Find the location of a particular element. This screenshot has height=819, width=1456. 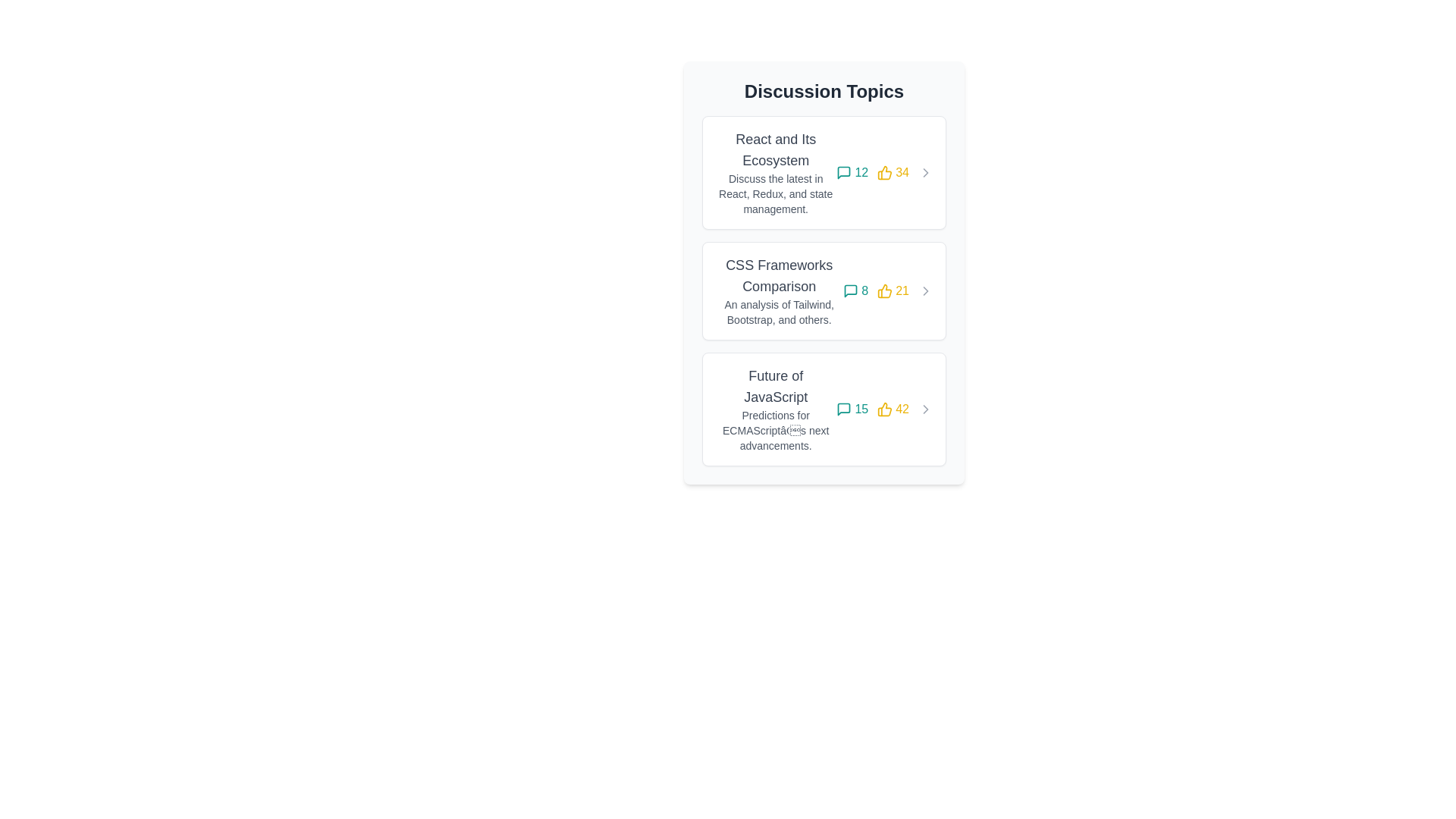

the speech bubble icon in the 'Future of JavaScript' section, which is outlined in teal and positioned to the left of the number '15' is located at coordinates (843, 409).